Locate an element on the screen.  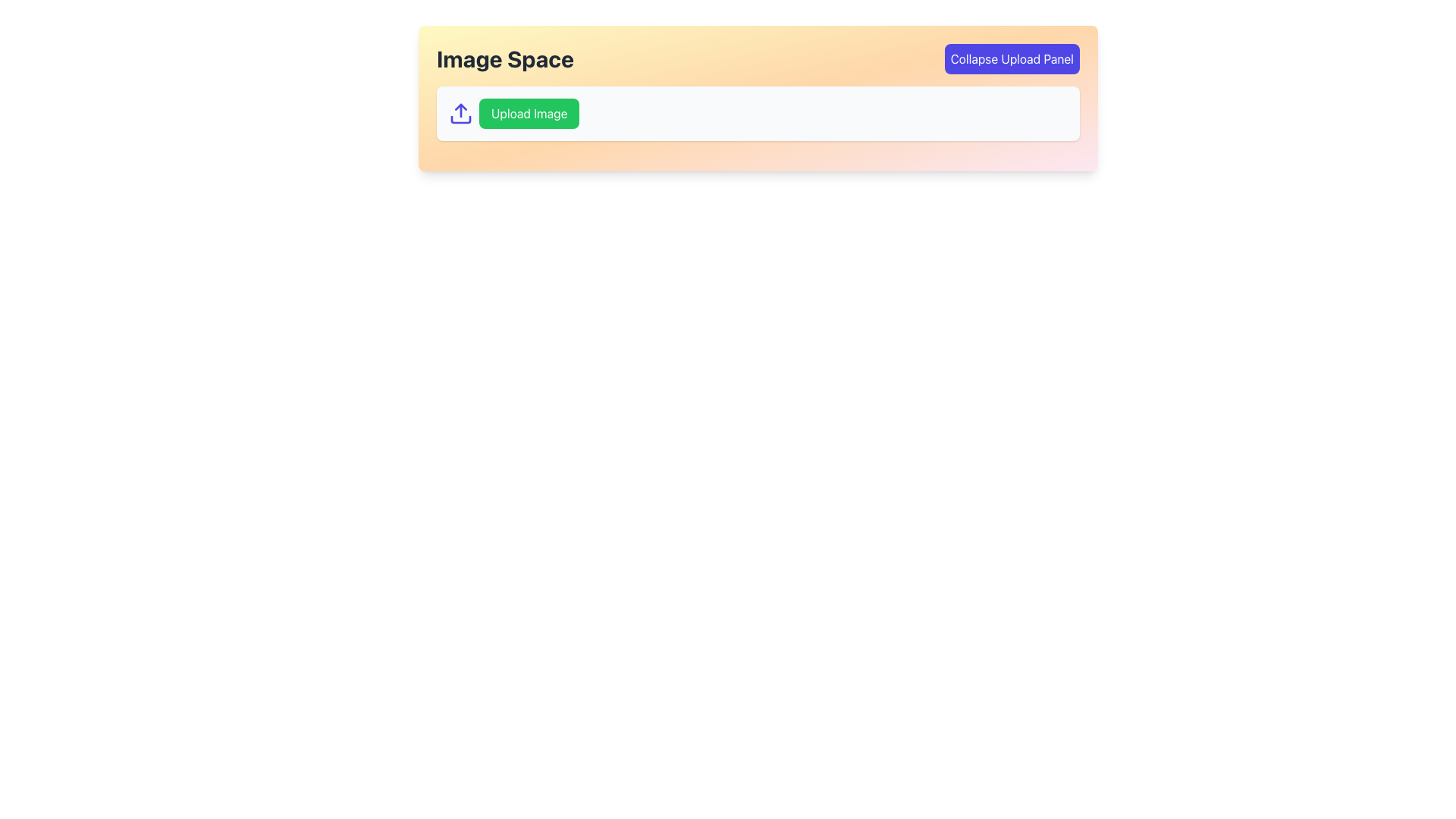
the lower rectangular segment of the upload icon within the 'Image Space' panel, which is positioned to the left of the 'Upload Image' button is located at coordinates (460, 119).